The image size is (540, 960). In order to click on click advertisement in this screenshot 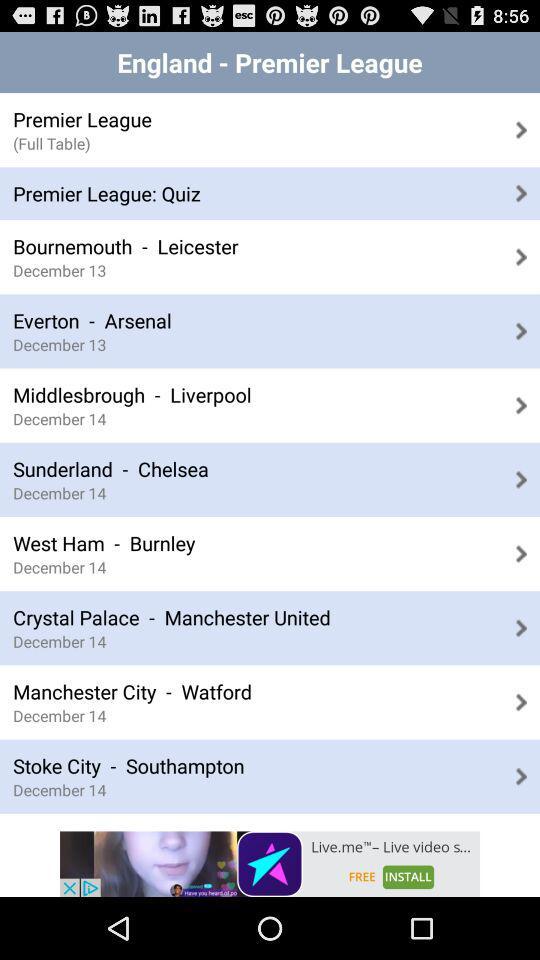, I will do `click(270, 863)`.